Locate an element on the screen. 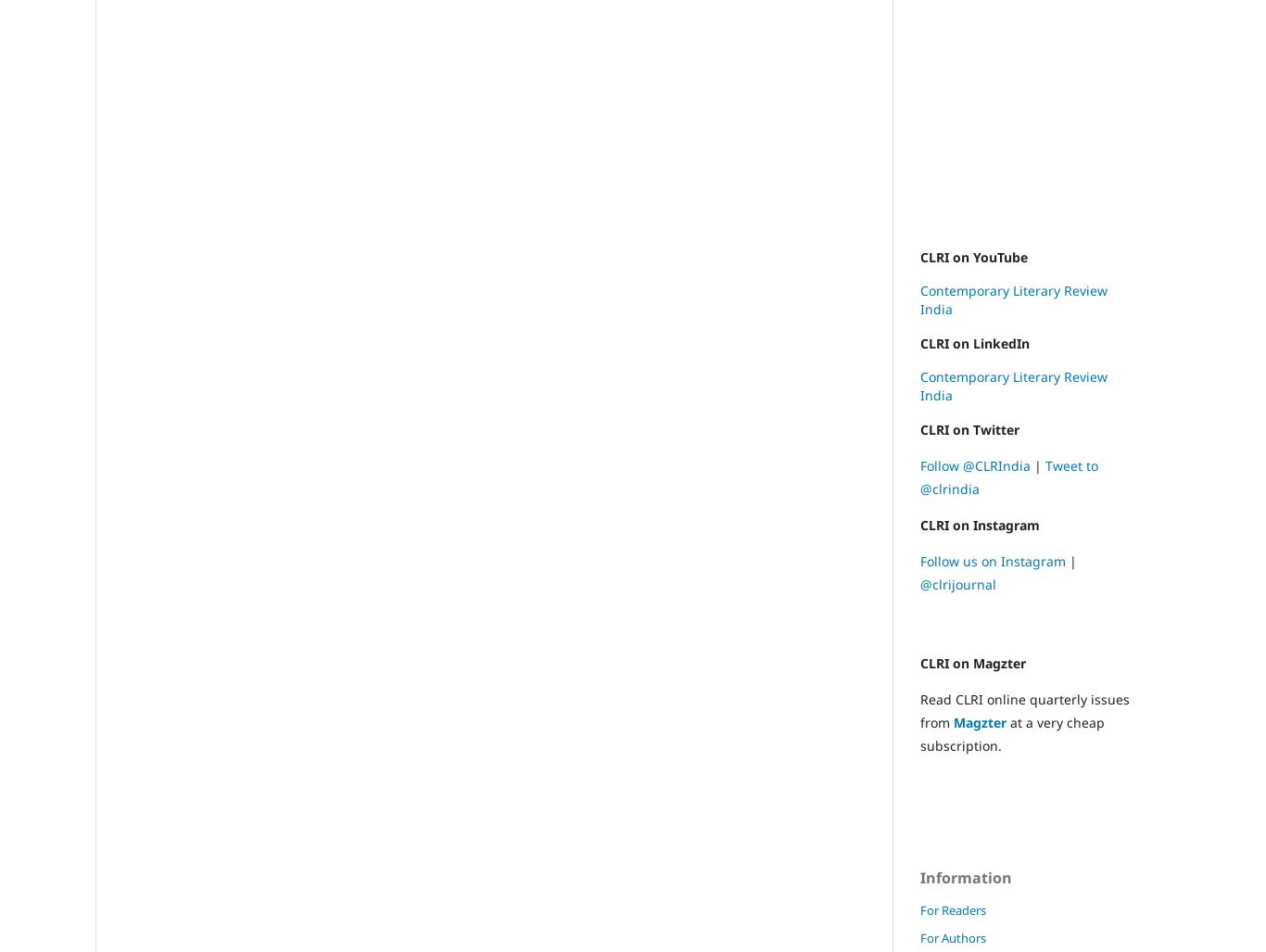 Image resolution: width=1266 pixels, height=952 pixels. 'Read CLRI online quarterly issues from' is located at coordinates (919, 709).